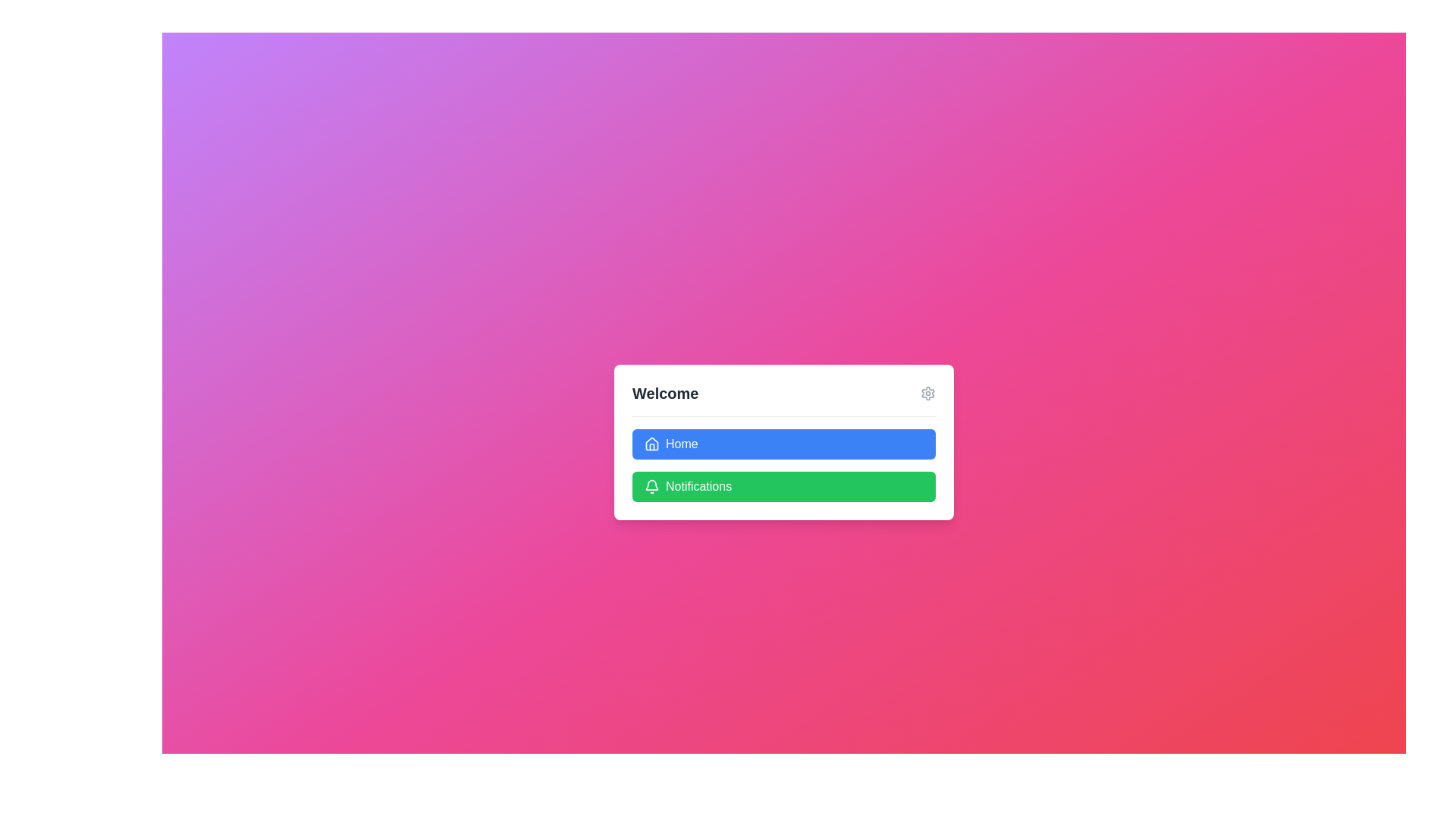 Image resolution: width=1456 pixels, height=819 pixels. What do you see at coordinates (651, 444) in the screenshot?
I see `the house icon located within the 'Home' button, which is styled with rounded lines and rendered in white against a blue background` at bounding box center [651, 444].